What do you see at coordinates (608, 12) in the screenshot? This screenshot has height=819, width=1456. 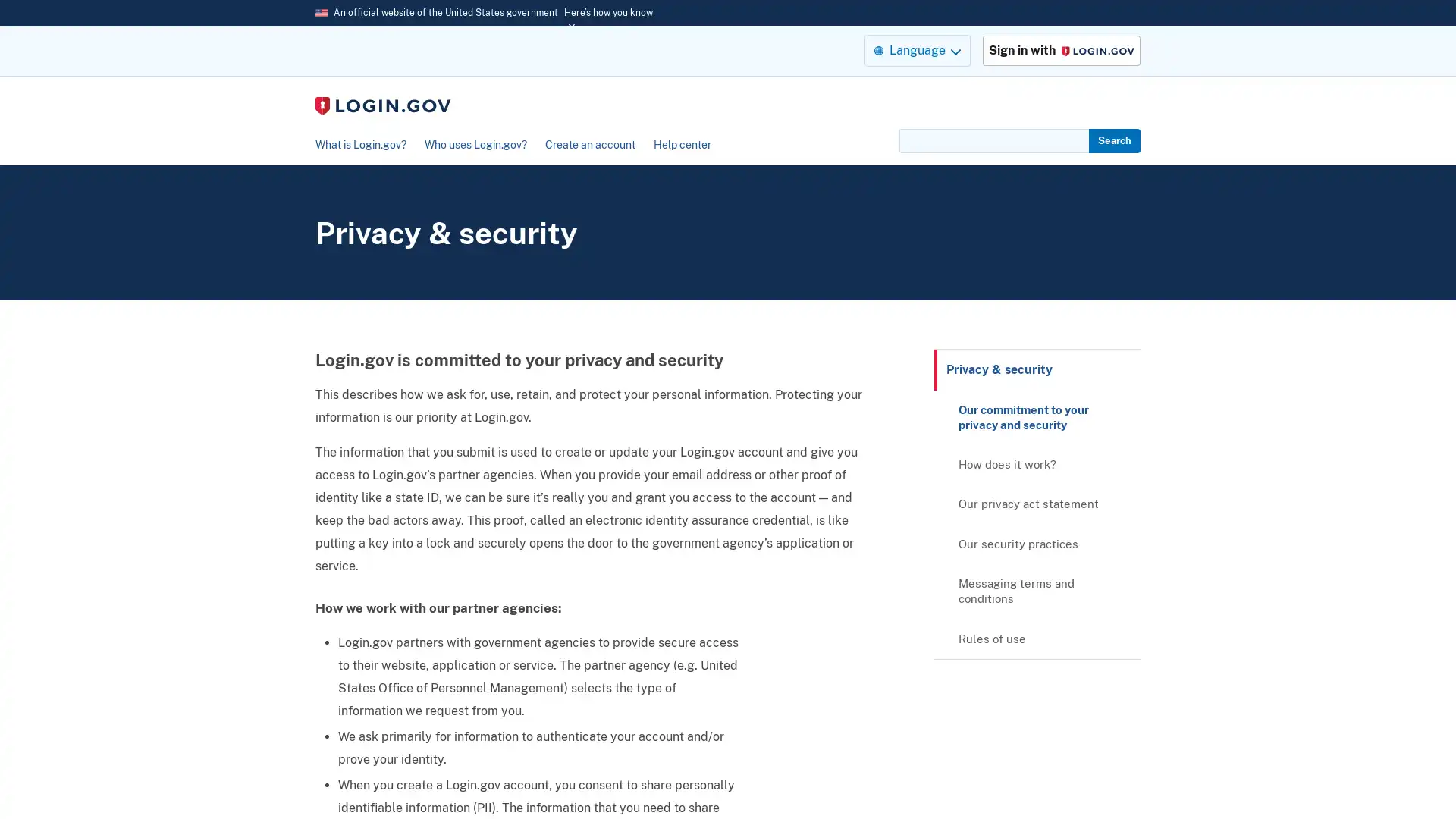 I see `Heres how you know` at bounding box center [608, 12].